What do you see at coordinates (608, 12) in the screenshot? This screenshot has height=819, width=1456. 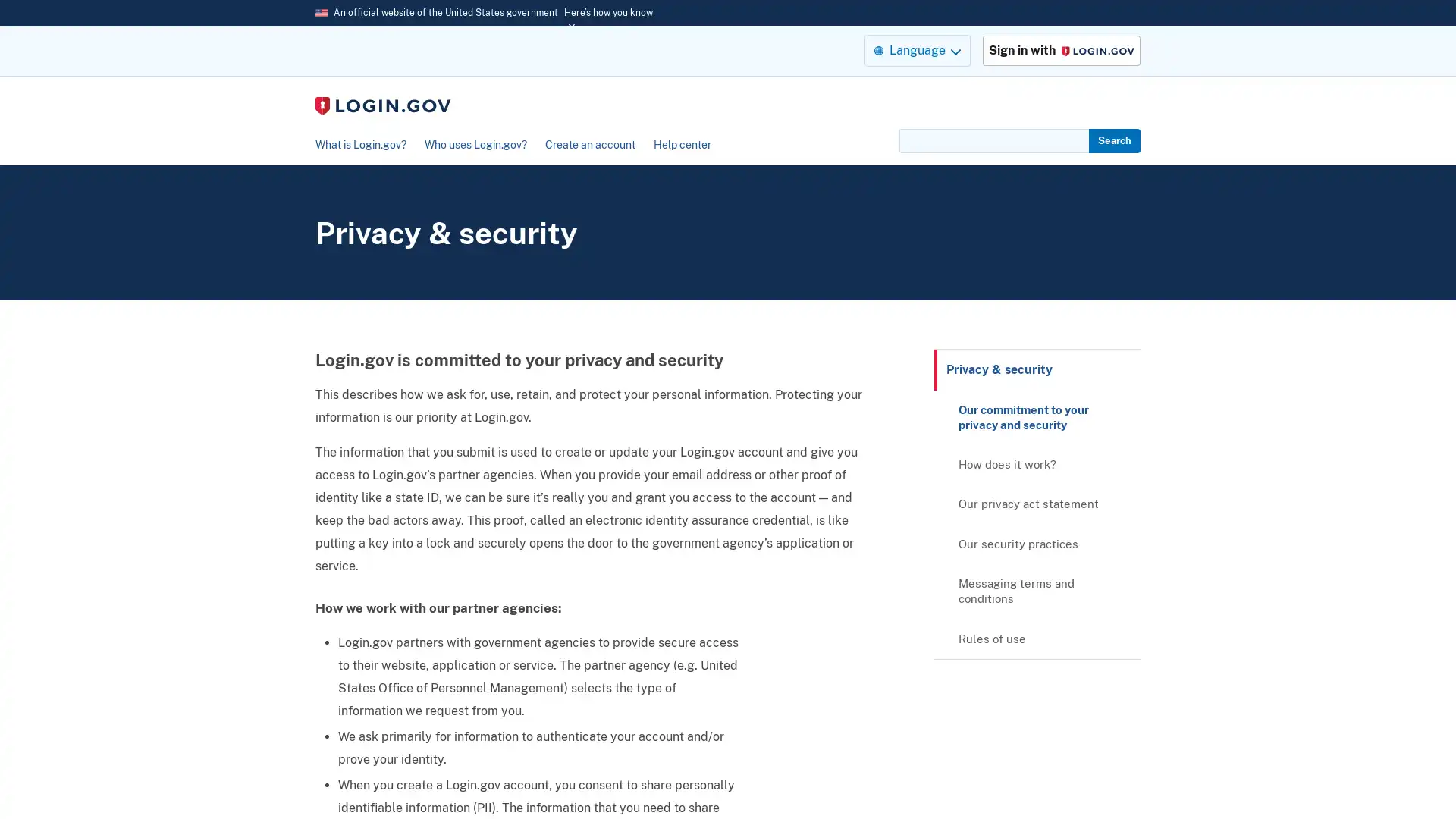 I see `Heres how you know` at bounding box center [608, 12].